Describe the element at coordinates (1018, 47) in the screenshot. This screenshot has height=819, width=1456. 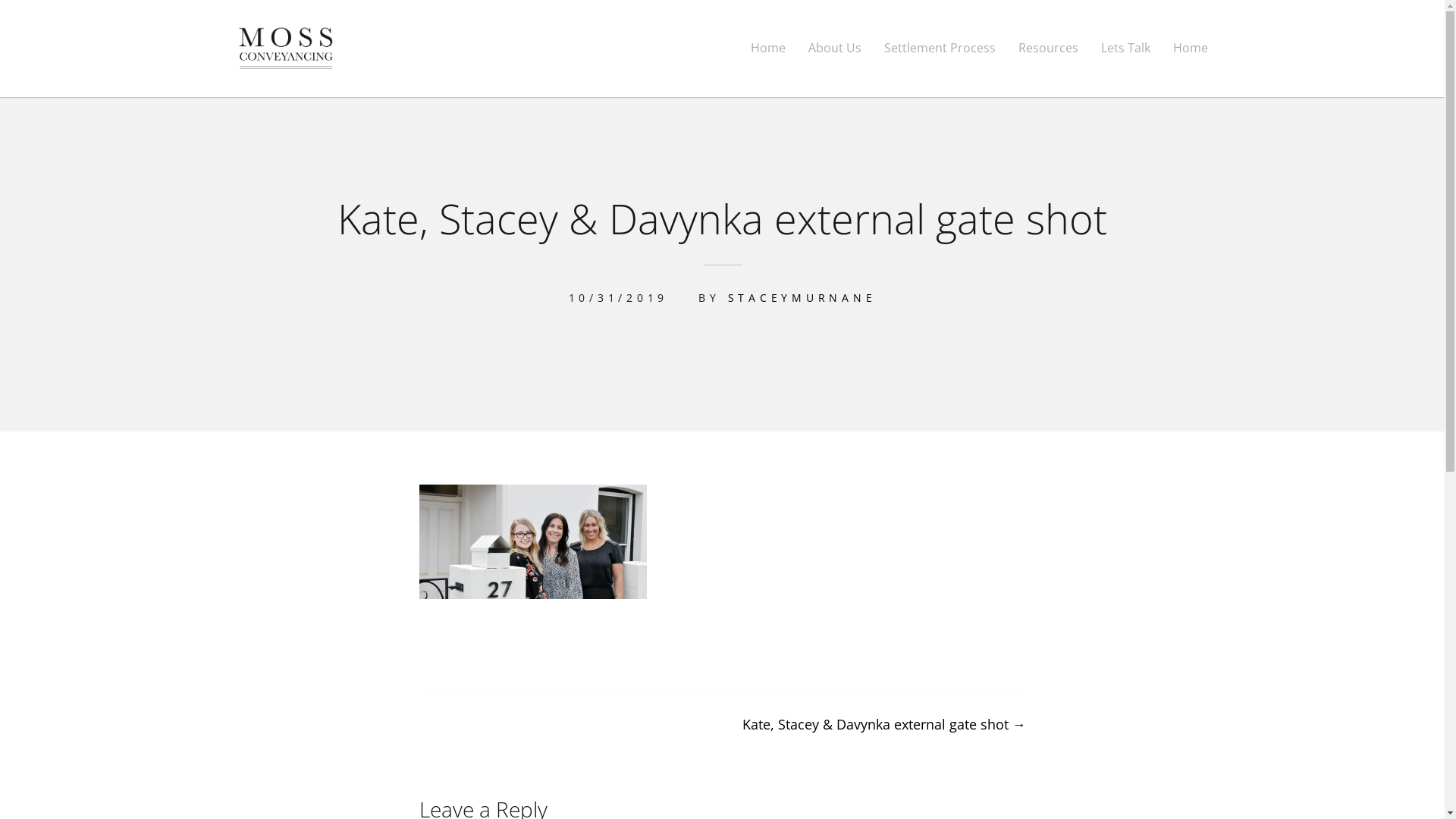
I see `'Resources'` at that location.